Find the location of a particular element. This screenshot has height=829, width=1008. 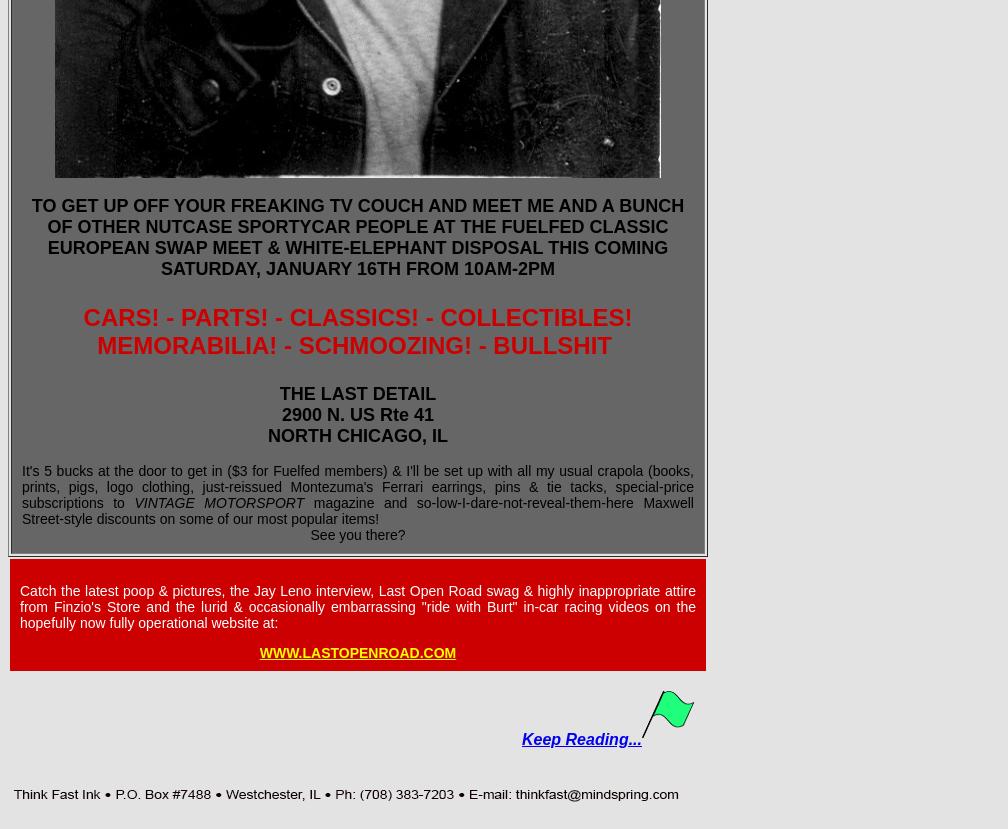

'2PM' is located at coordinates (536, 268).